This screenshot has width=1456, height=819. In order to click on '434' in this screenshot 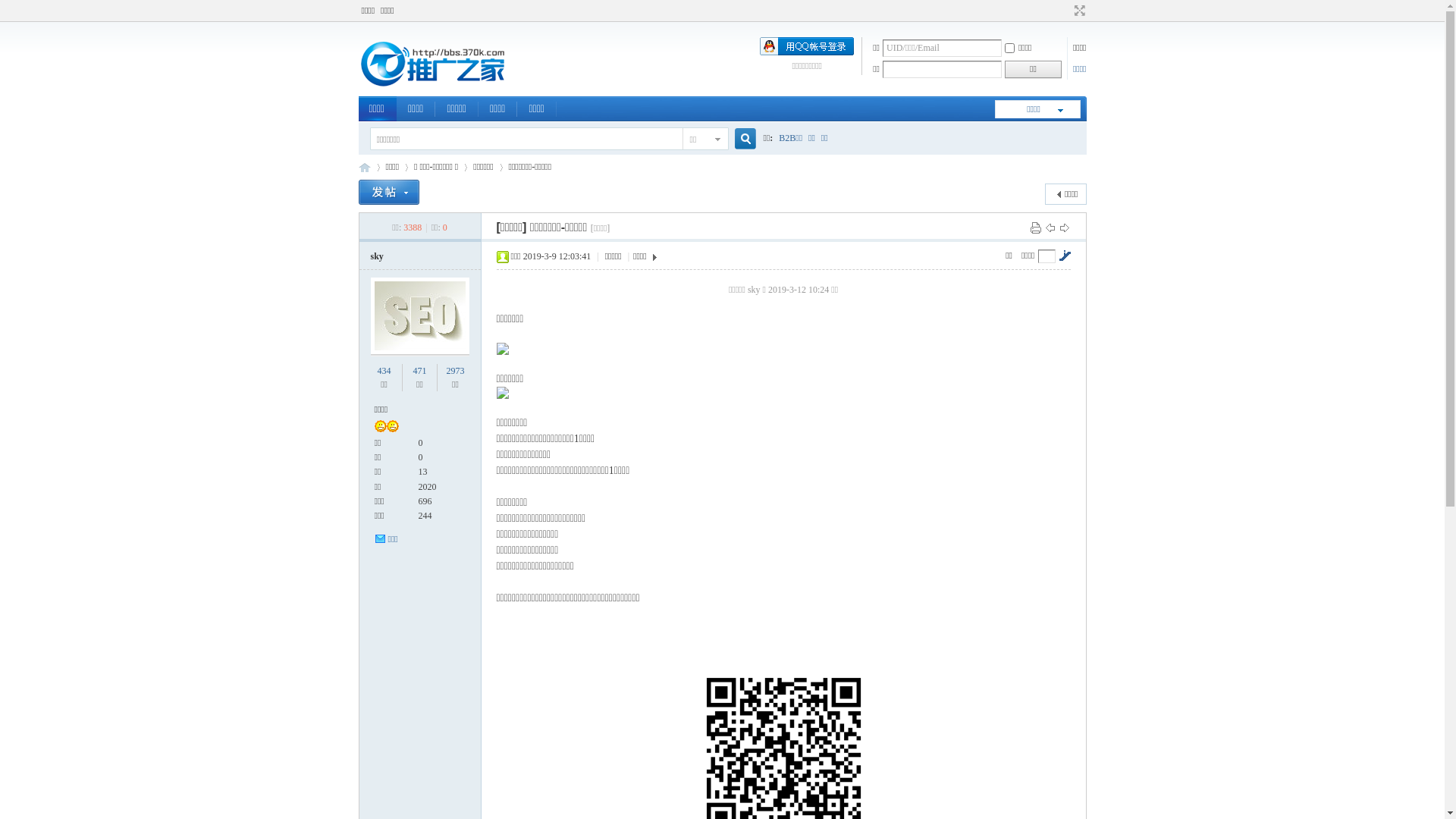, I will do `click(384, 371)`.